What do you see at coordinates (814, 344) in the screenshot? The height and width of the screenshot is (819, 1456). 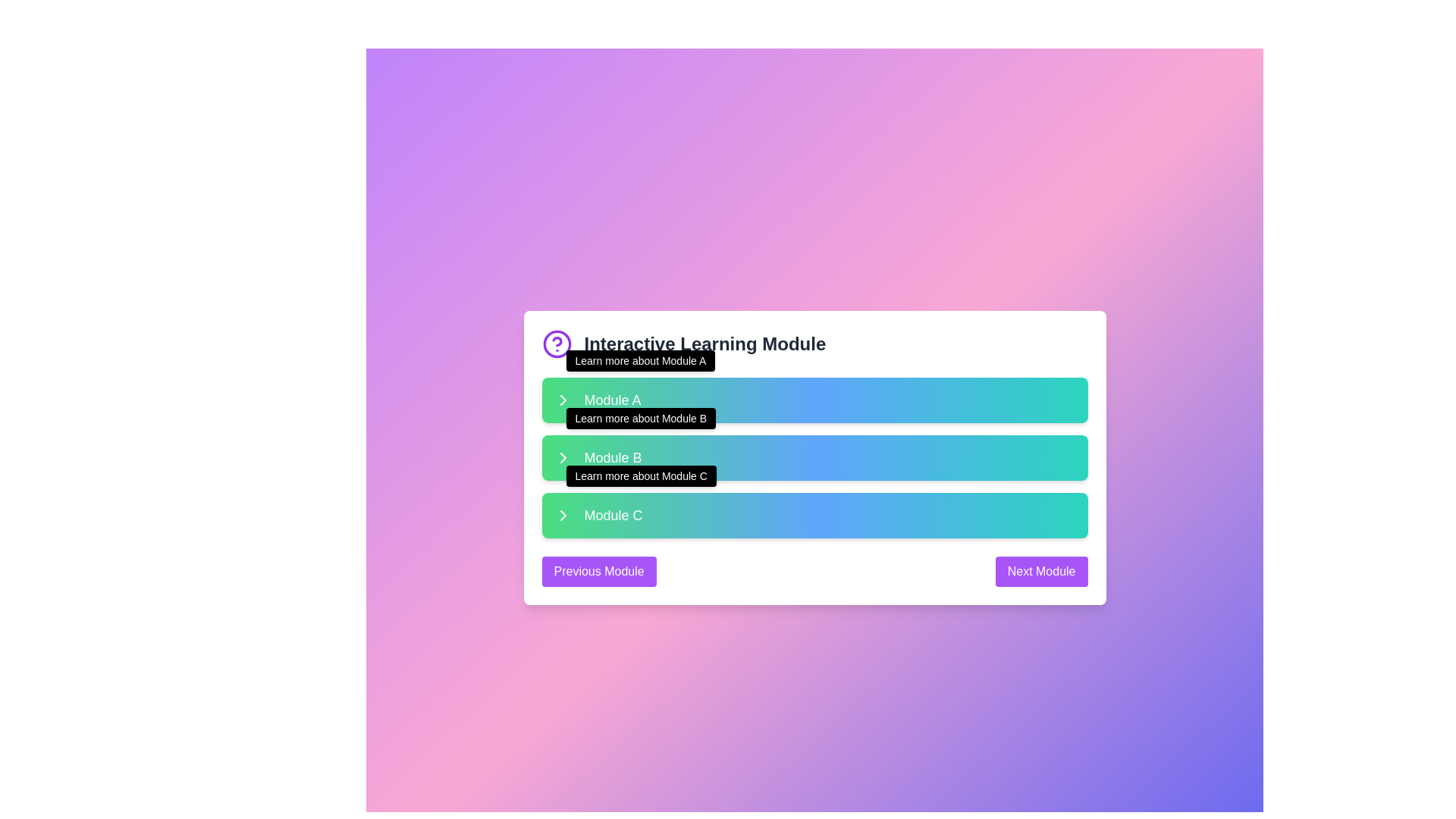 I see `the header text 'Interactive Learning Module'` at bounding box center [814, 344].